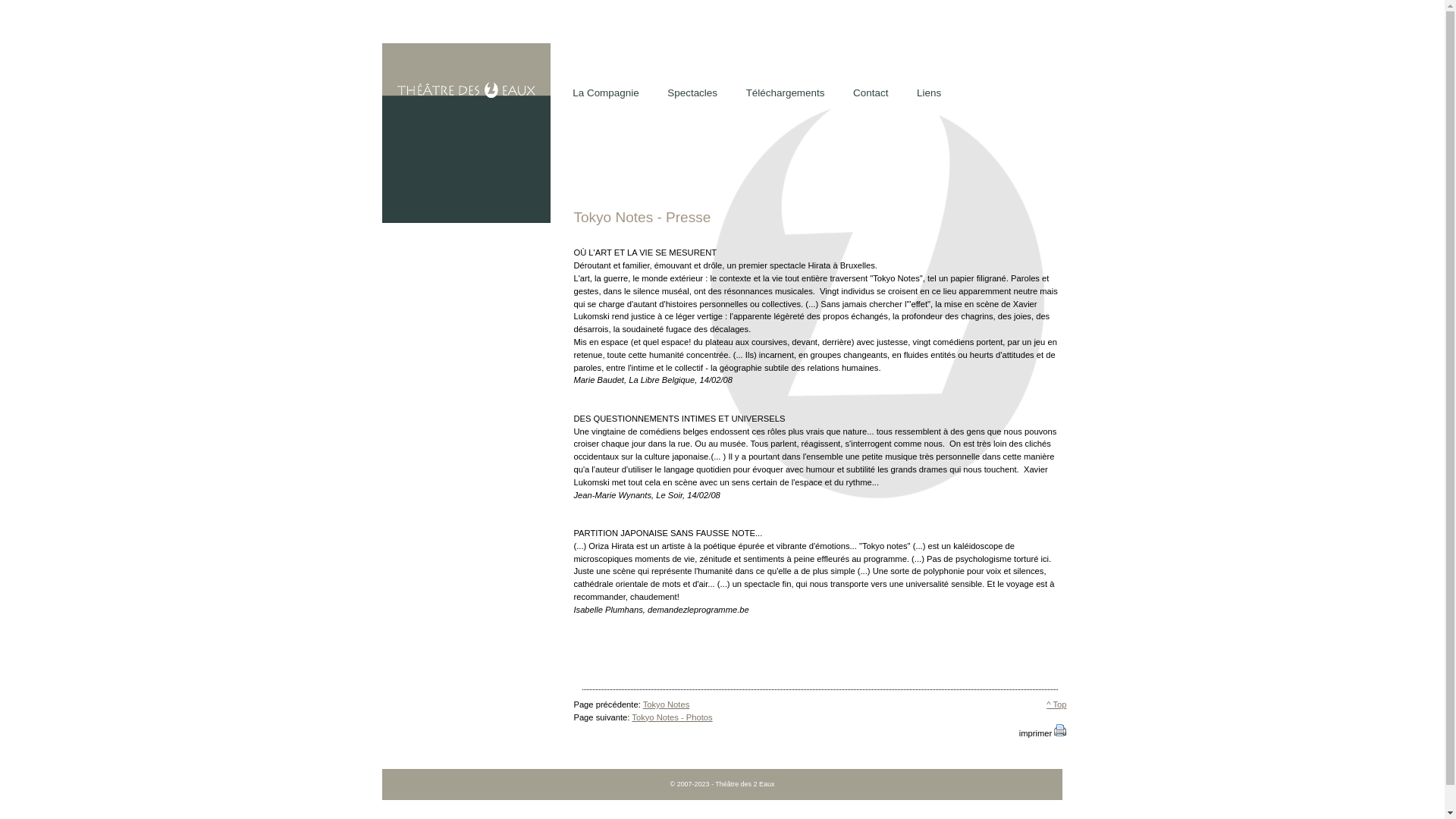  What do you see at coordinates (927, 93) in the screenshot?
I see `'Liens'` at bounding box center [927, 93].